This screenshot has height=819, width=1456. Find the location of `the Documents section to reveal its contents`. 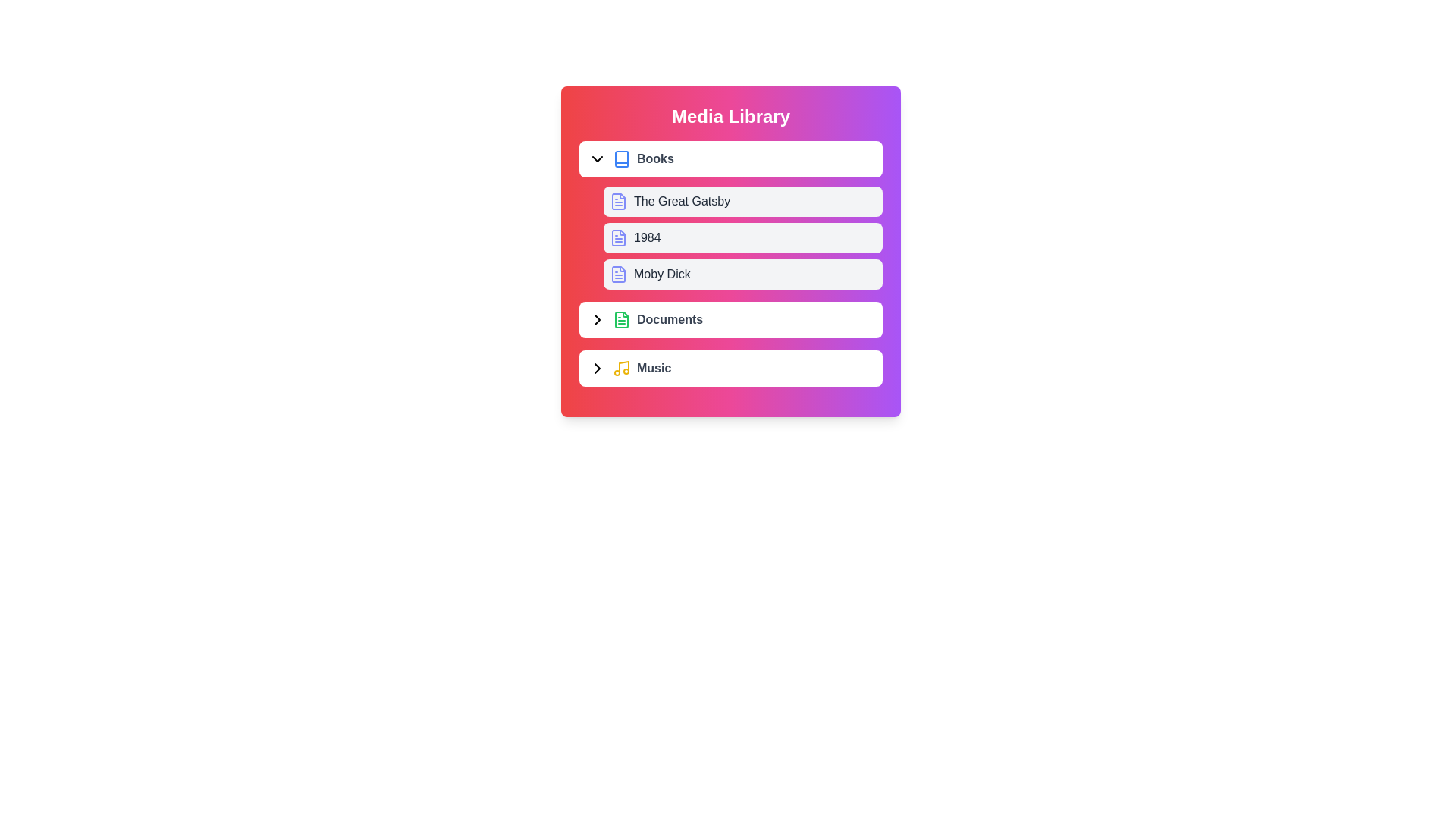

the Documents section to reveal its contents is located at coordinates (731, 318).